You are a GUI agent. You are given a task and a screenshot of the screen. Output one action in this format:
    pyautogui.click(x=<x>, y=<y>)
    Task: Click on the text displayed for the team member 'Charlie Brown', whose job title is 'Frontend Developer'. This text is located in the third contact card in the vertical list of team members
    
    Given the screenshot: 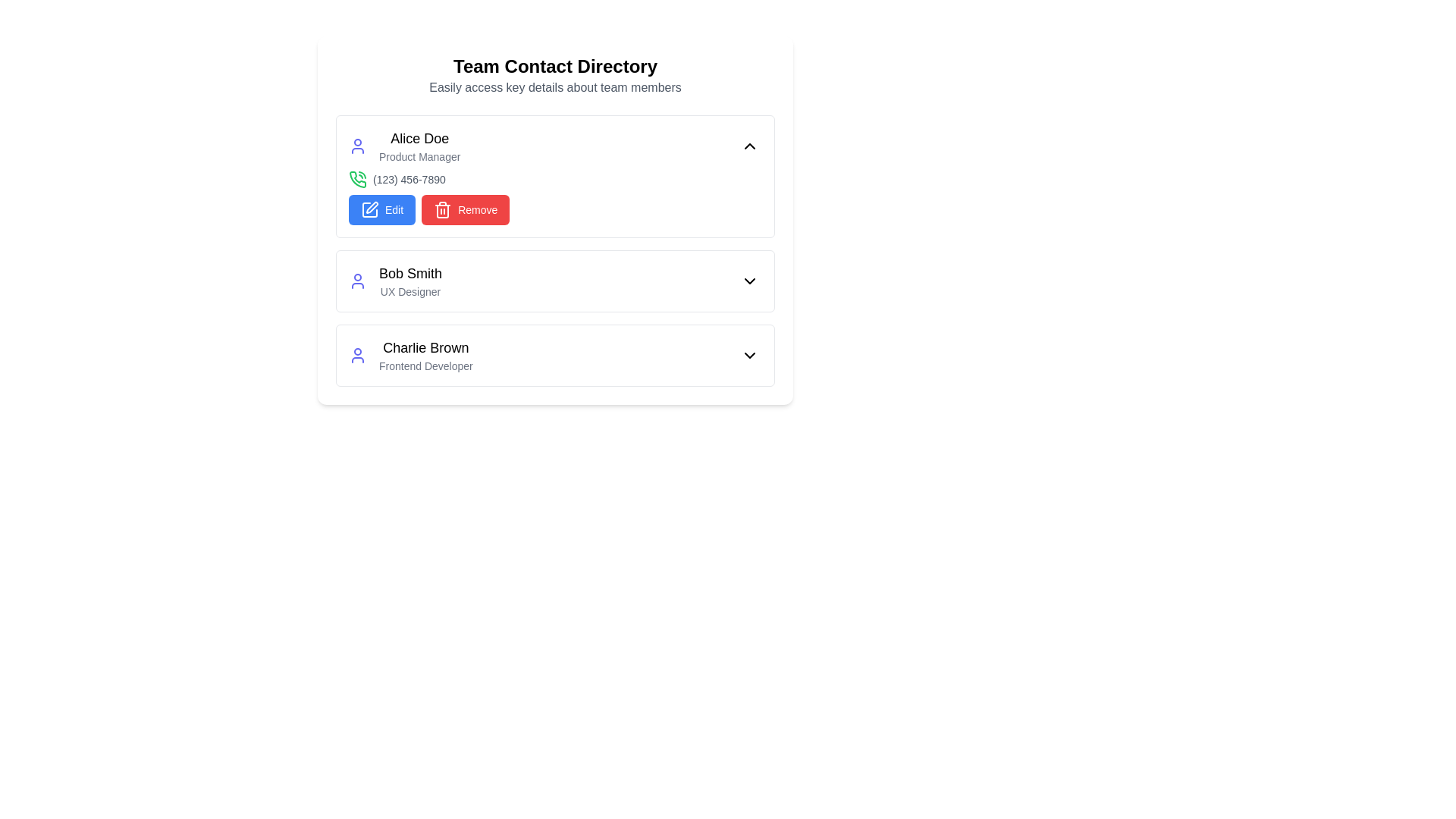 What is the action you would take?
    pyautogui.click(x=425, y=356)
    